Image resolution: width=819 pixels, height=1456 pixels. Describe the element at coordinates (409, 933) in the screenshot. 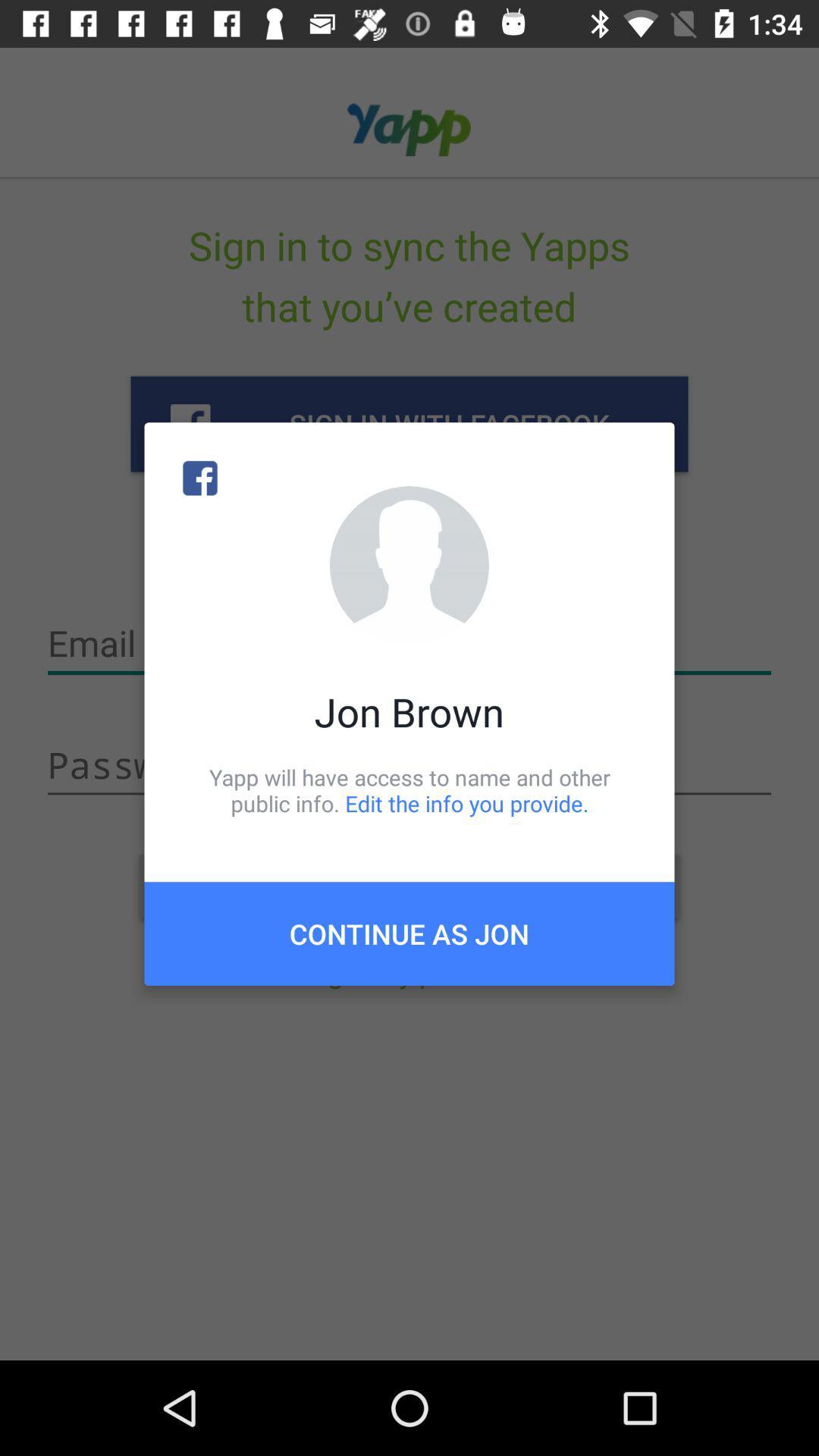

I see `the continue as jon` at that location.